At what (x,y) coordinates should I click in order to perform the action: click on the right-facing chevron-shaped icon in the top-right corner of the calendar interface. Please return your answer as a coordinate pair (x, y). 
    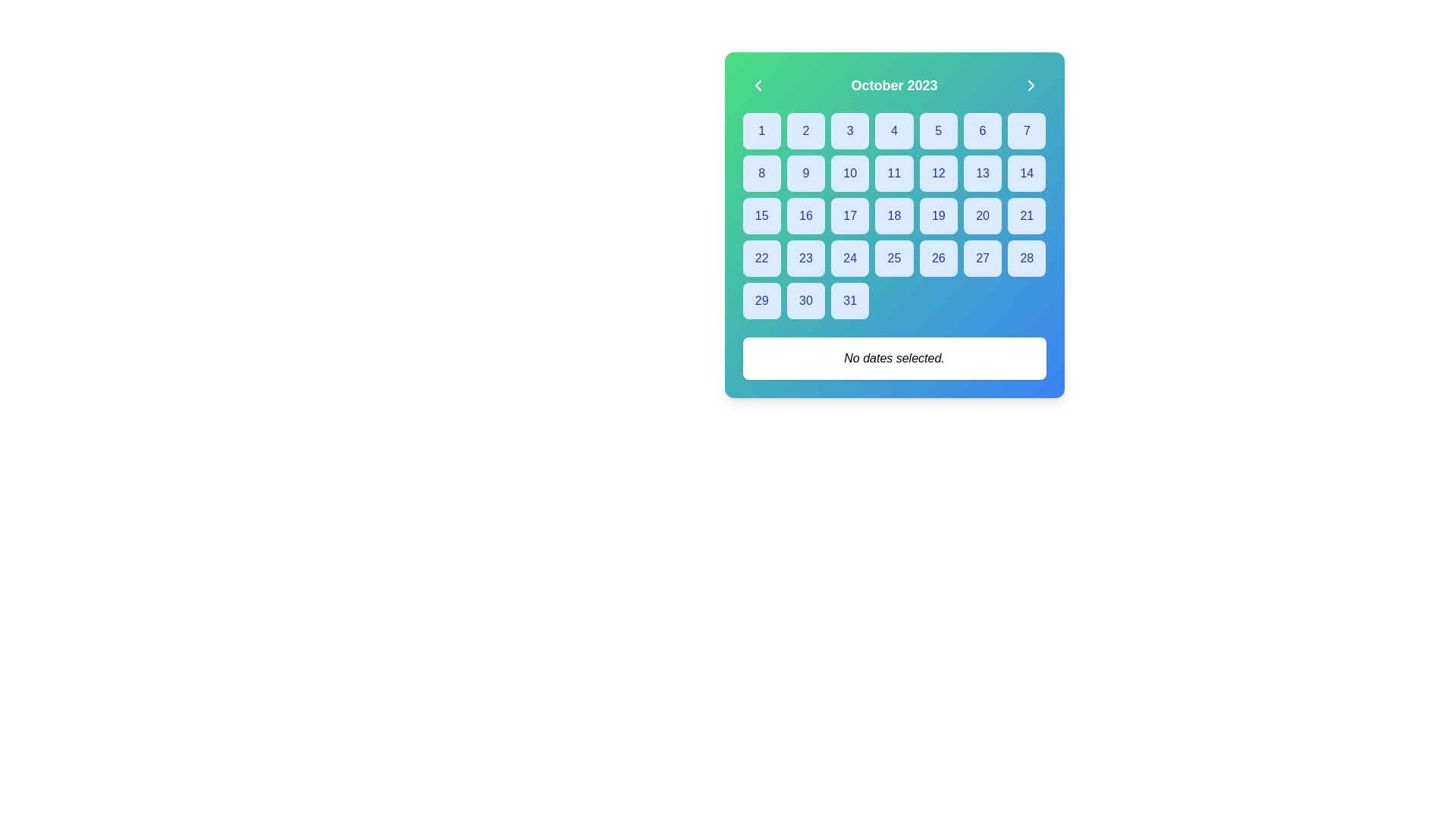
    Looking at the image, I should click on (1031, 85).